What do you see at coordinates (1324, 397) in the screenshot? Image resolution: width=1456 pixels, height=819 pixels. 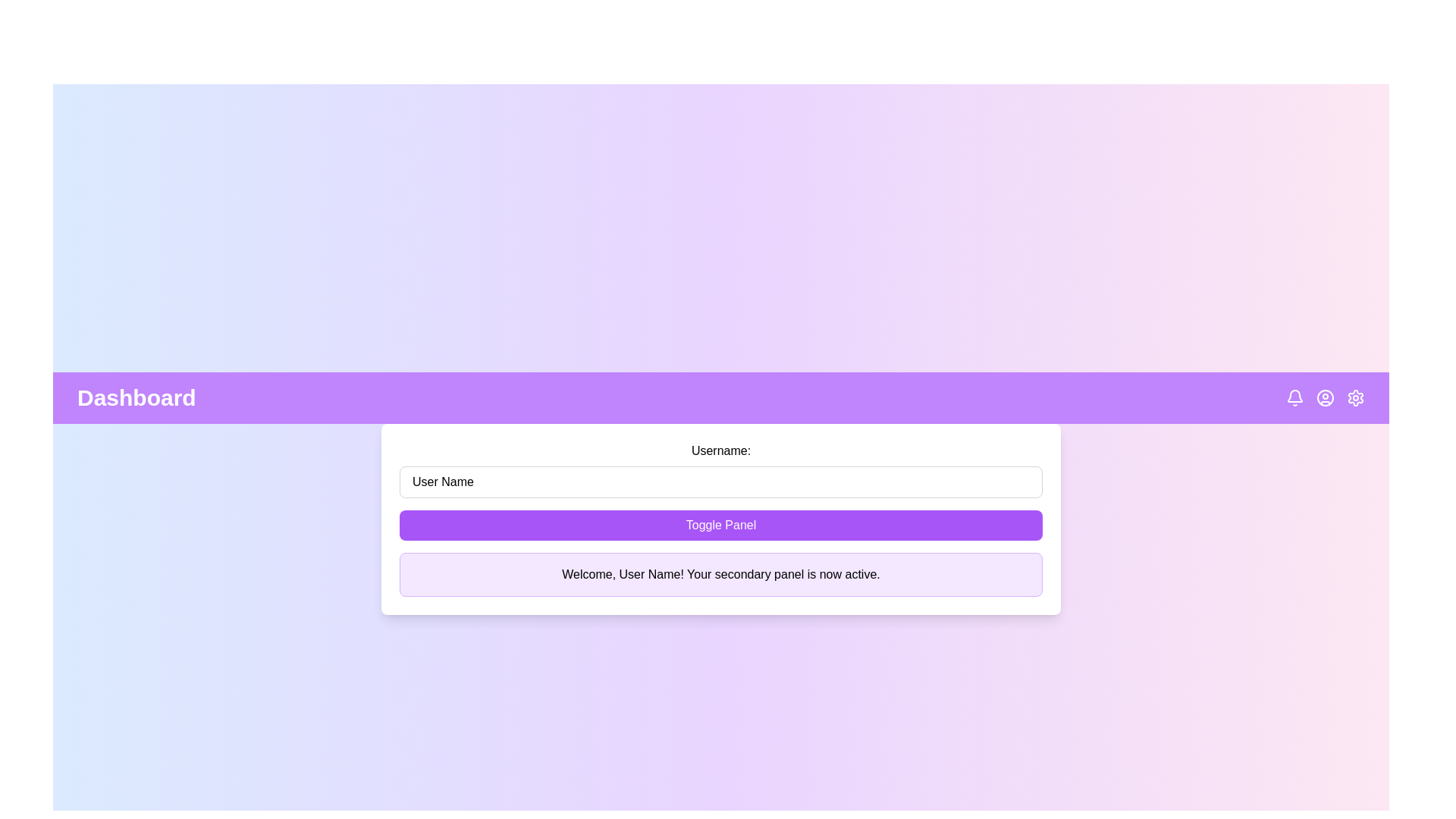 I see `the human profile icon button, which is white on a purple background, located in the top right corner of the interface within the 'Dashboard' header bar` at bounding box center [1324, 397].